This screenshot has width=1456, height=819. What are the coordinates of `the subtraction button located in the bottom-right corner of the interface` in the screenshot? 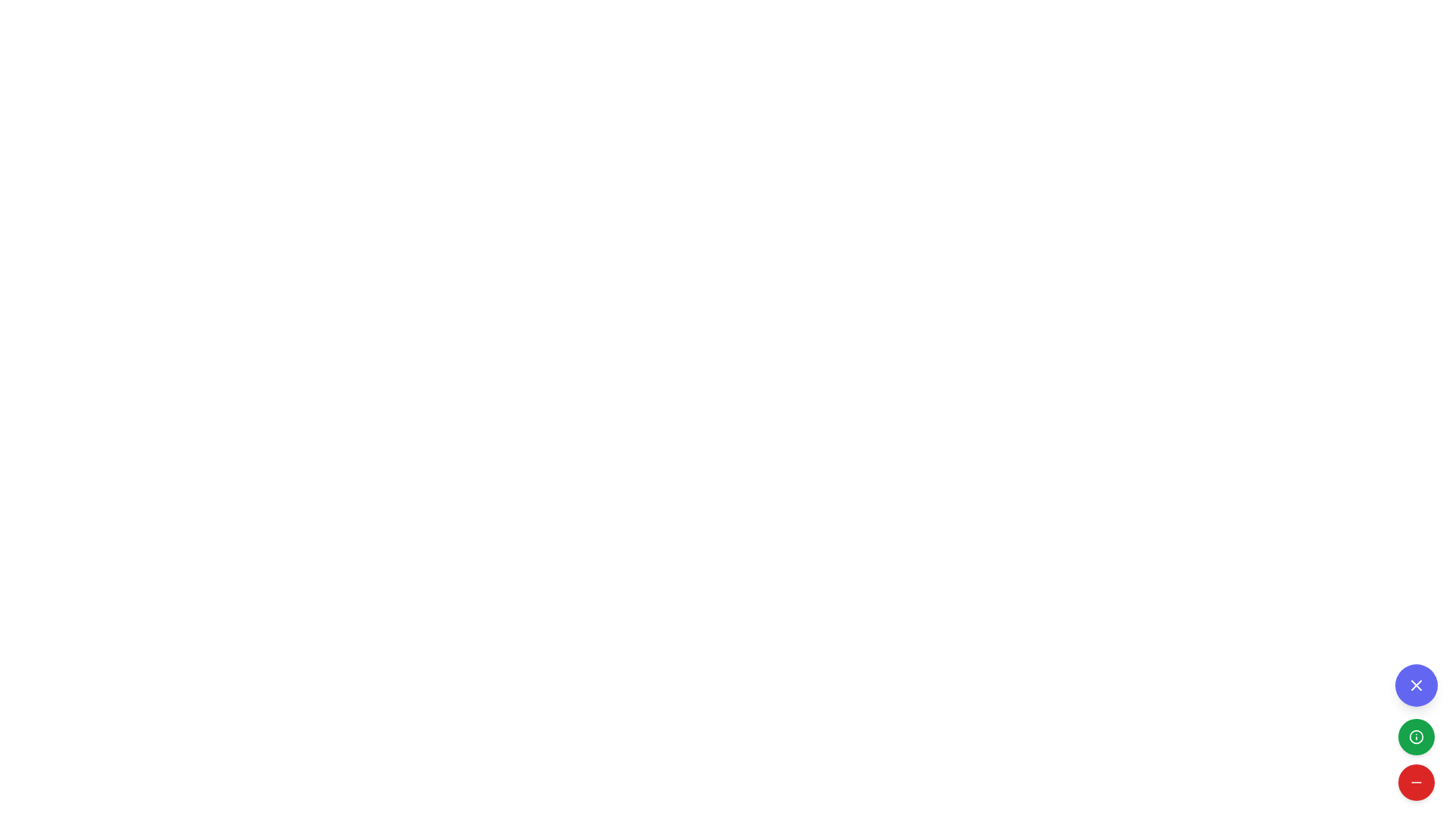 It's located at (1415, 783).